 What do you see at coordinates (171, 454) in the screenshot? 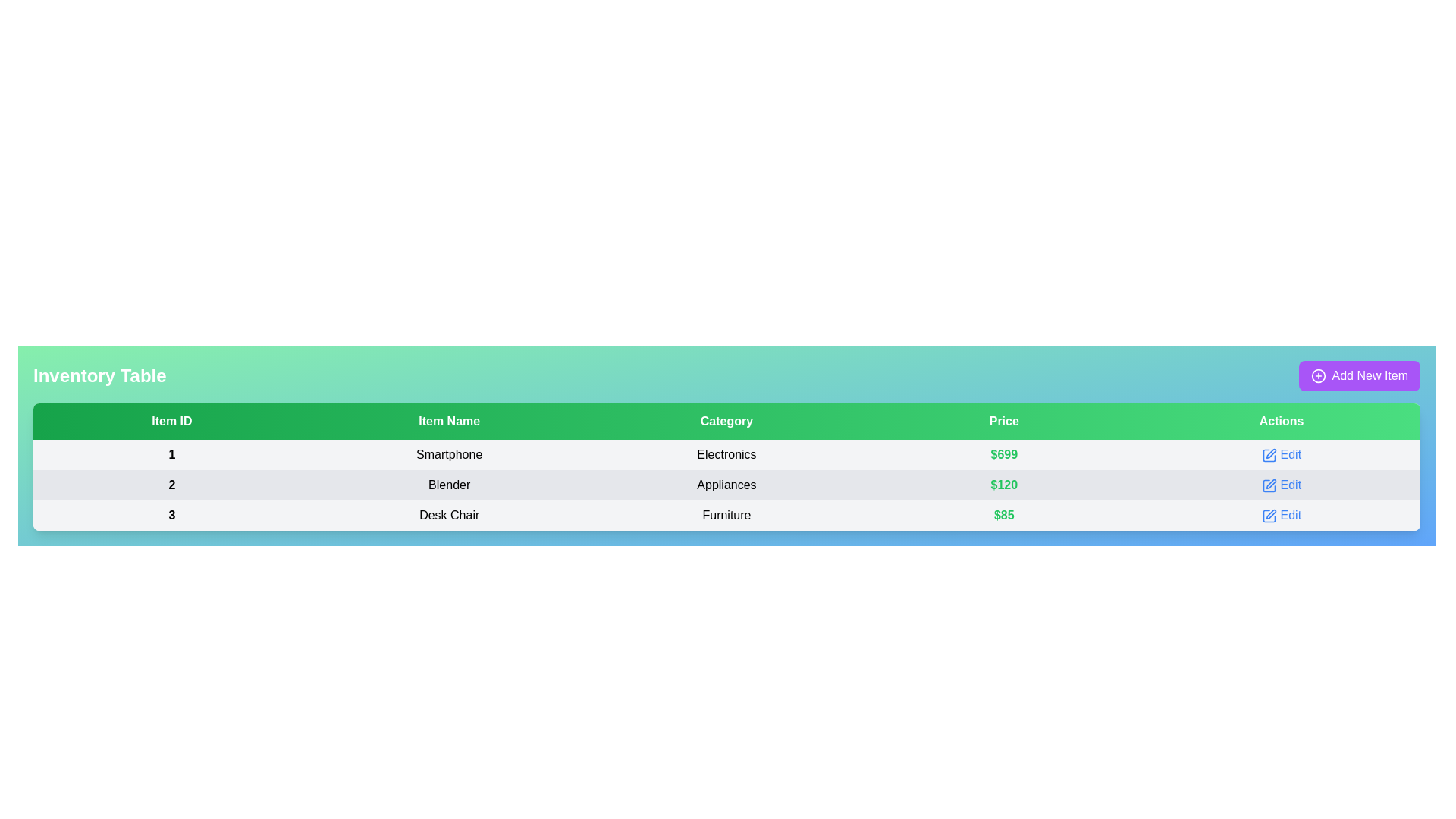
I see `the bold-styled number '1' Text Label element in the first column of the first data row of the table, which is aligned under the 'Item ID' column heading` at bounding box center [171, 454].